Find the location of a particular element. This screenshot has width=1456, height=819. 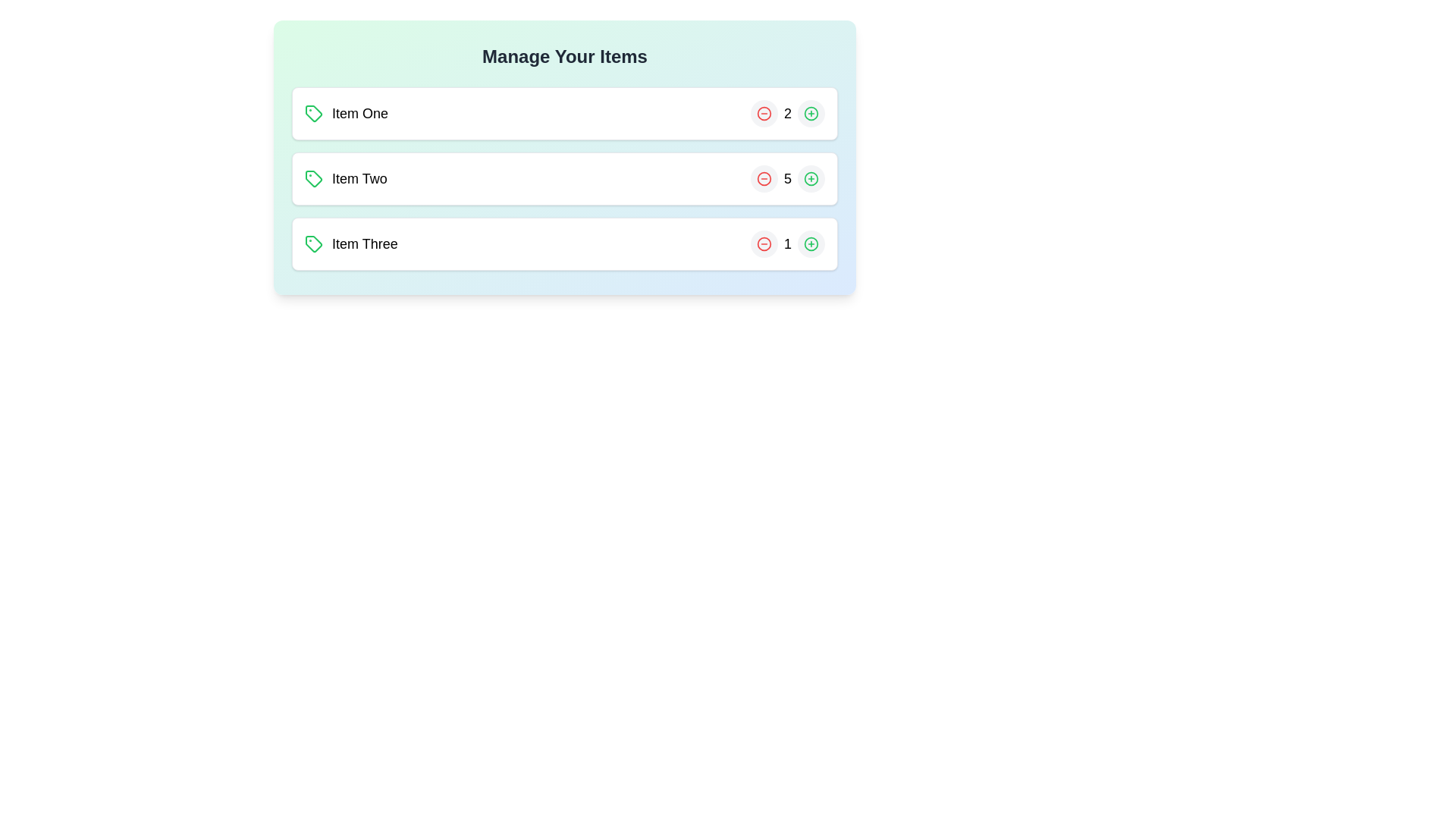

plus button for the item Item Two to increase its quantity is located at coordinates (811, 177).